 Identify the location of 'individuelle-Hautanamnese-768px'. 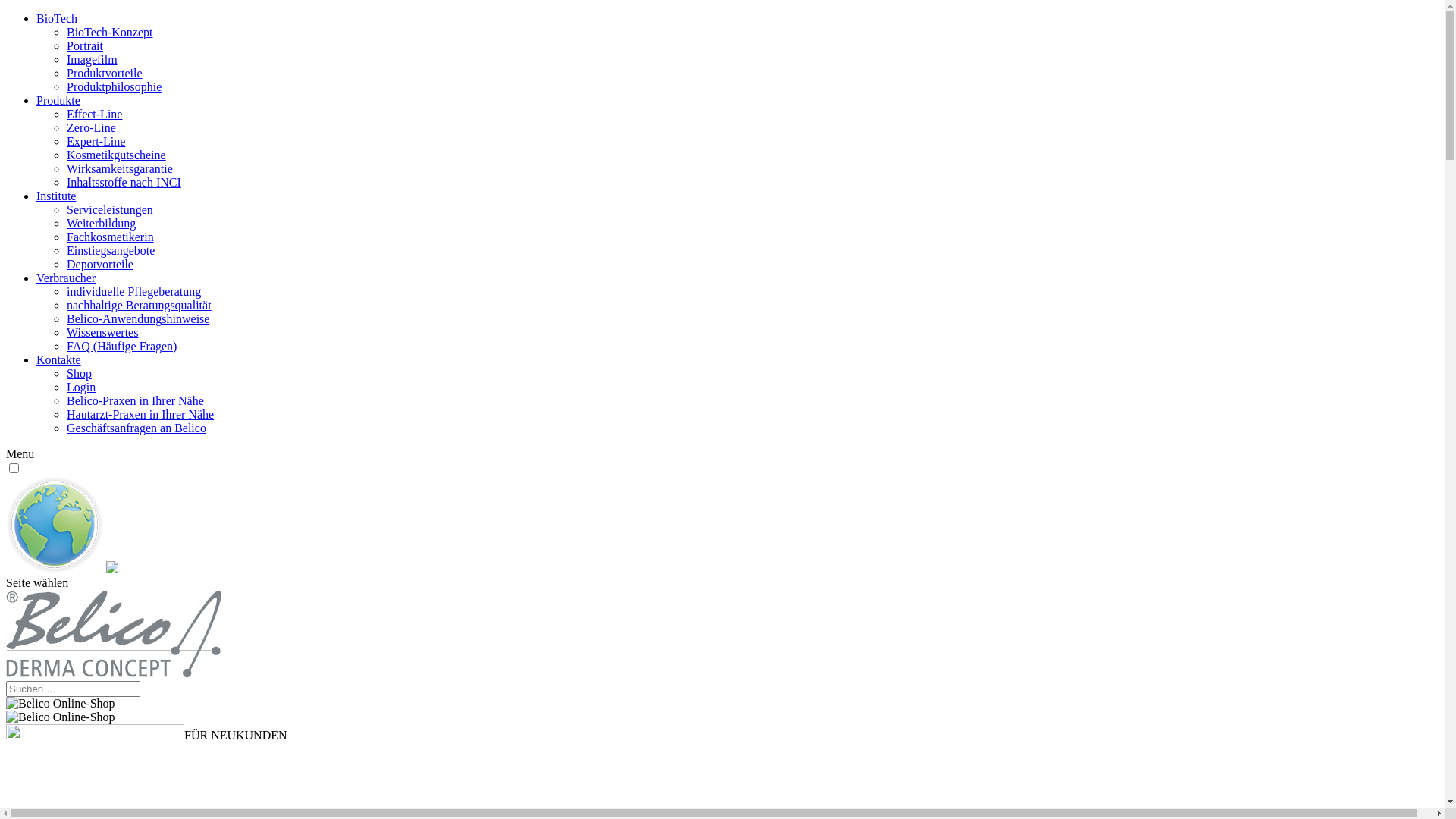
(6, 717).